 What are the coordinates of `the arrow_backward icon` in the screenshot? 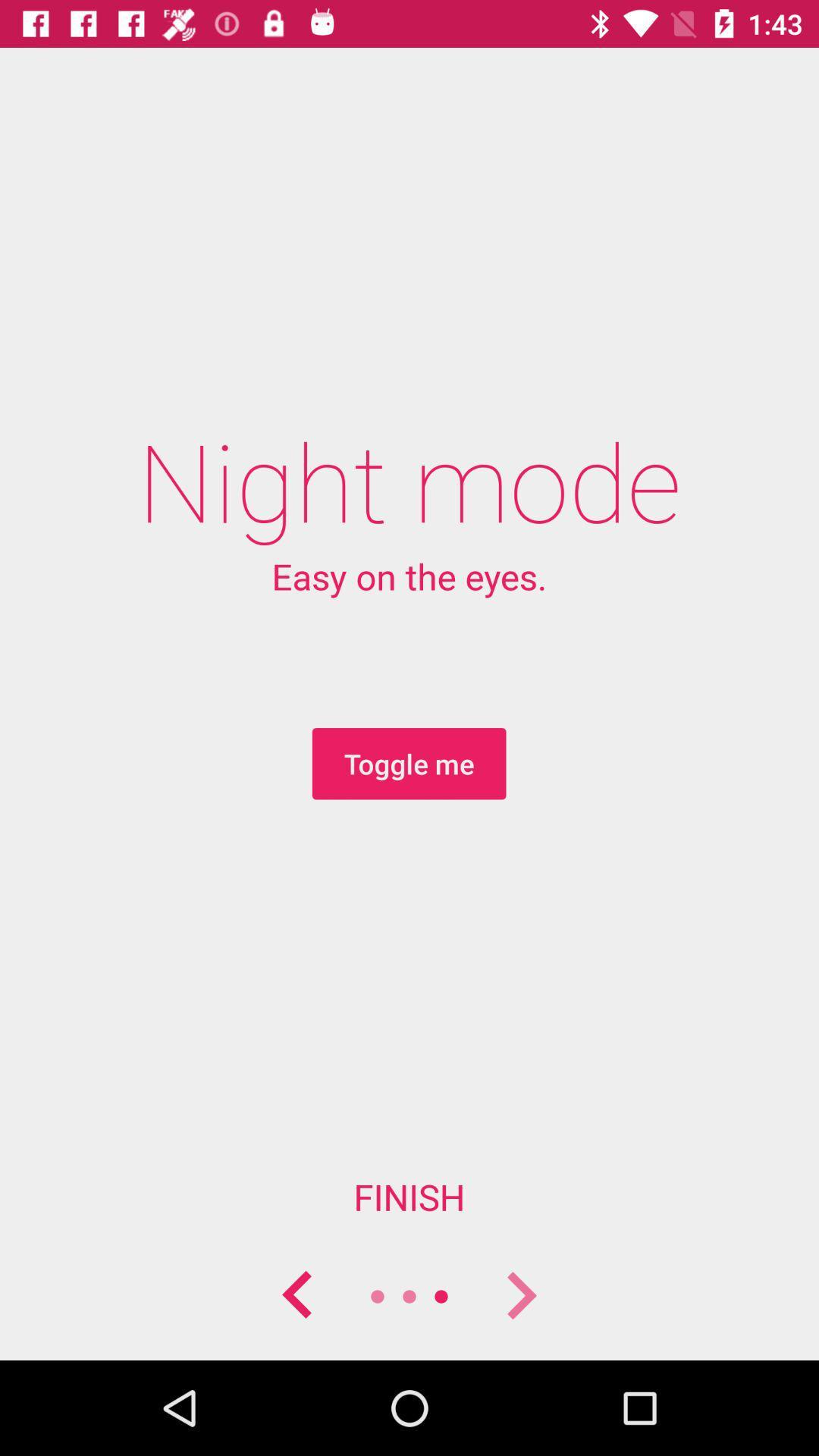 It's located at (298, 1295).